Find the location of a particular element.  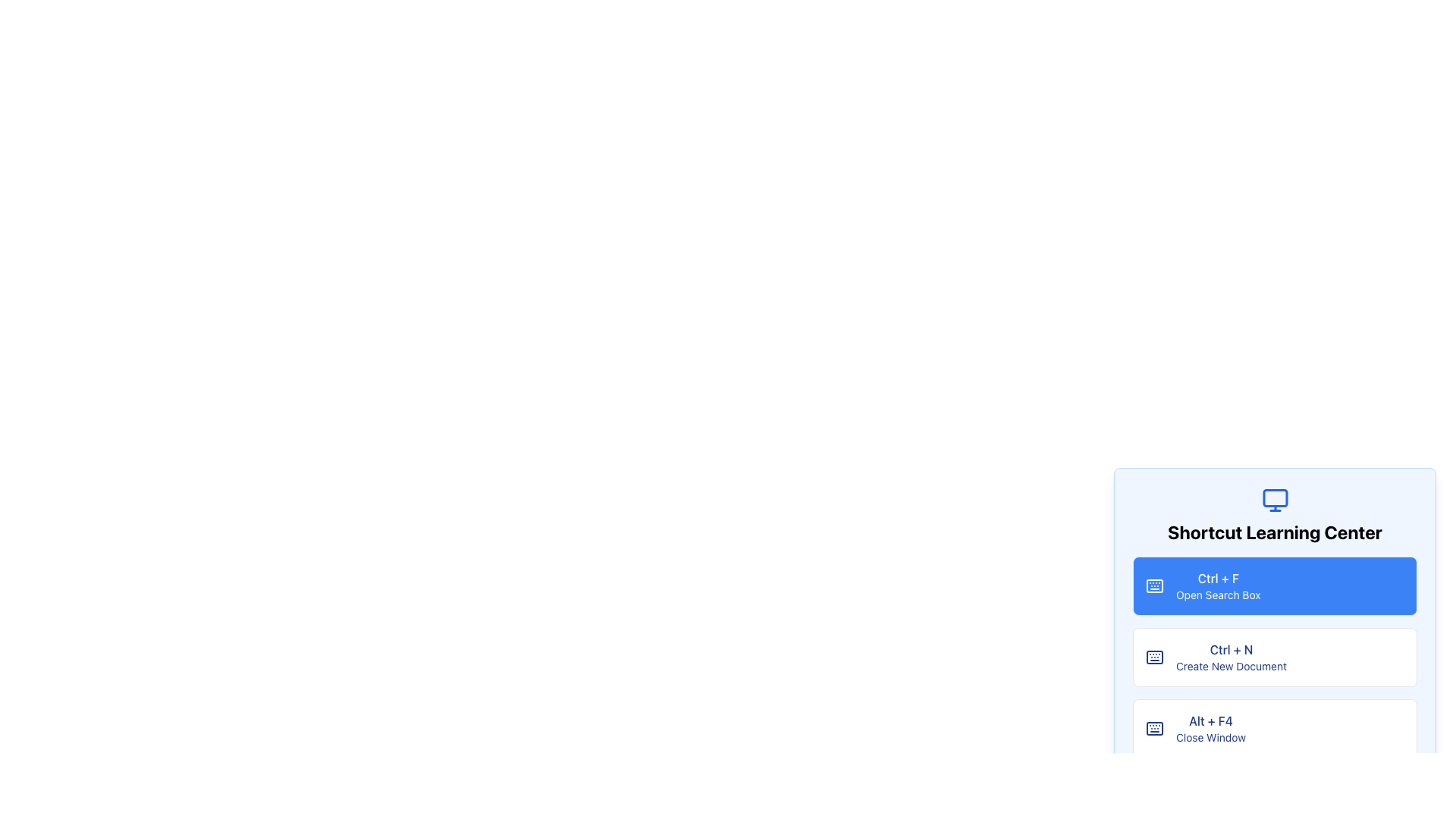

the static text label 'Create New Document', which is positioned under the bolded text 'Ctrl + N' in the Shortcut Learning Center section is located at coordinates (1231, 666).